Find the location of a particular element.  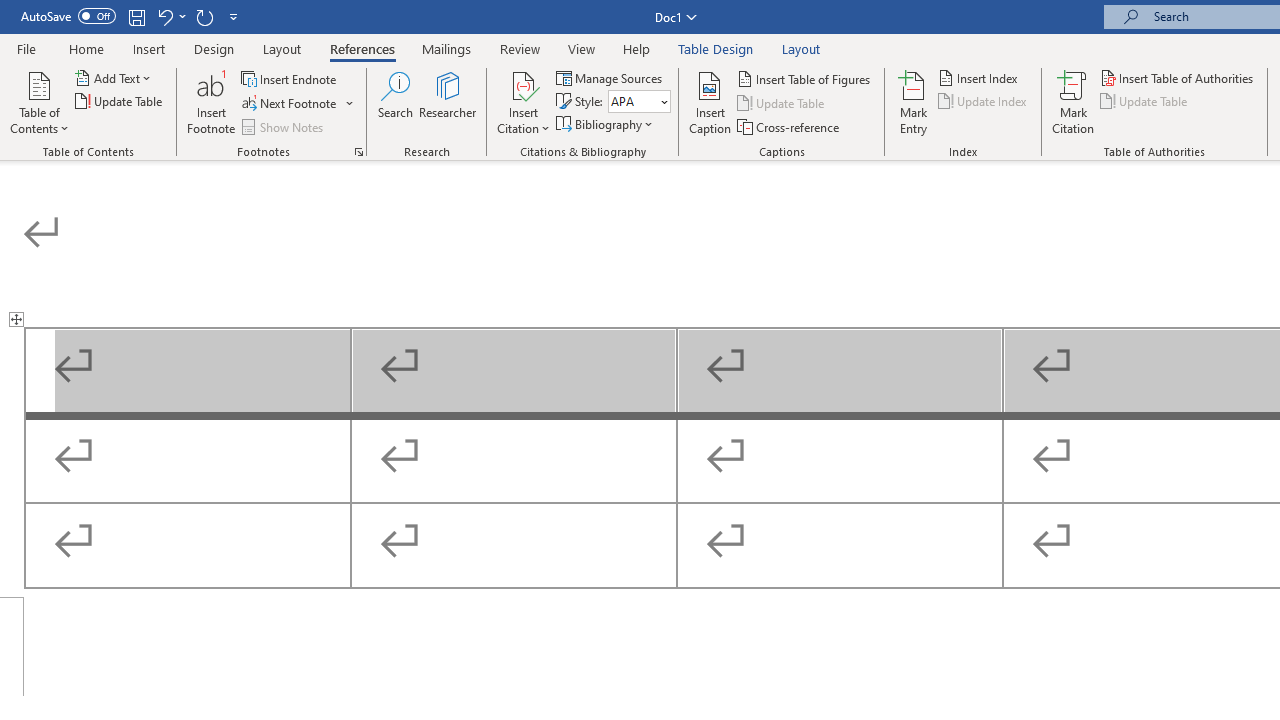

'Add Text' is located at coordinates (113, 77).